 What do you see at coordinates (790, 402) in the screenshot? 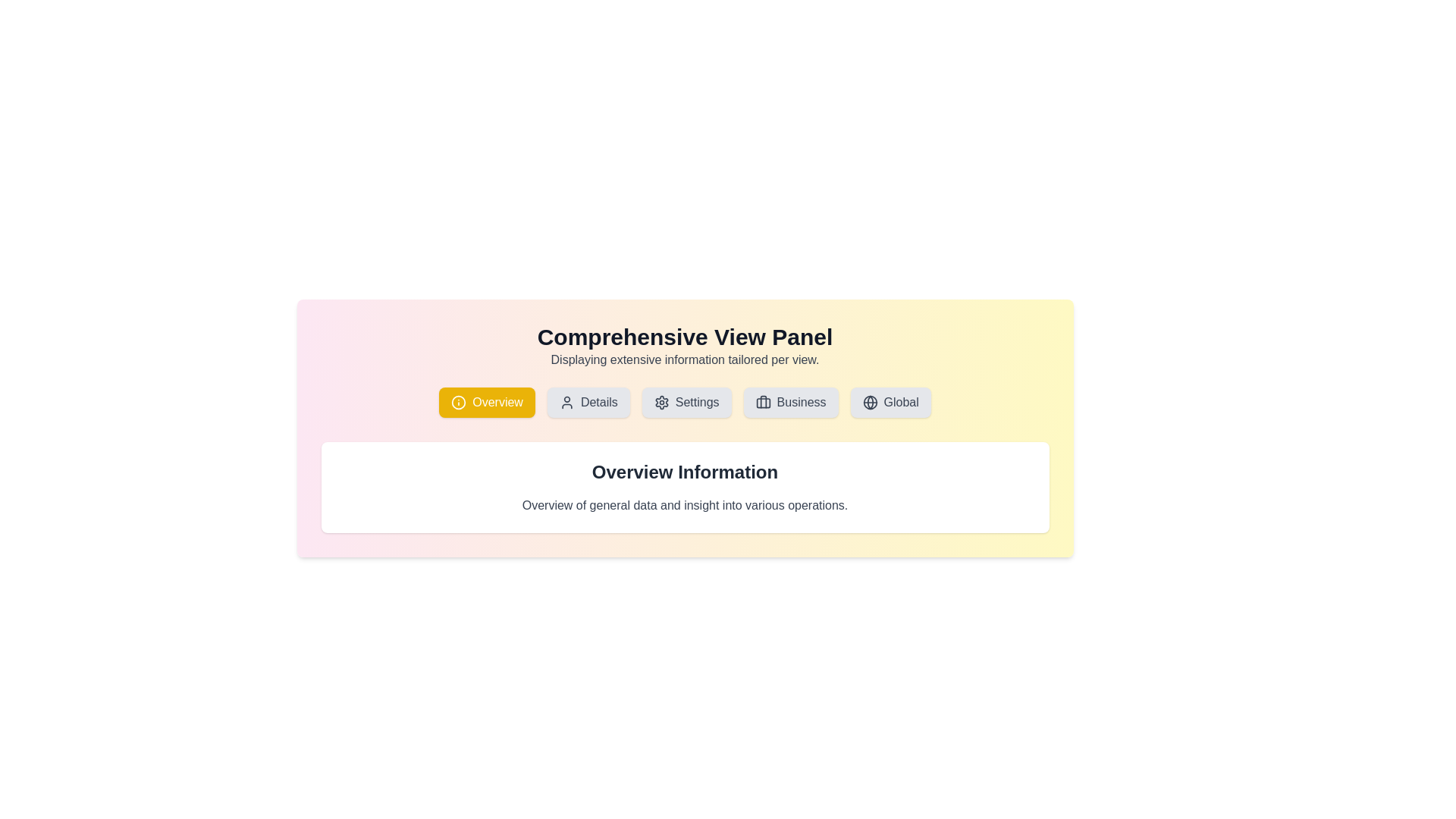
I see `the 'Business' button in the navigation bar, which features a briefcase icon and a light gray background` at bounding box center [790, 402].